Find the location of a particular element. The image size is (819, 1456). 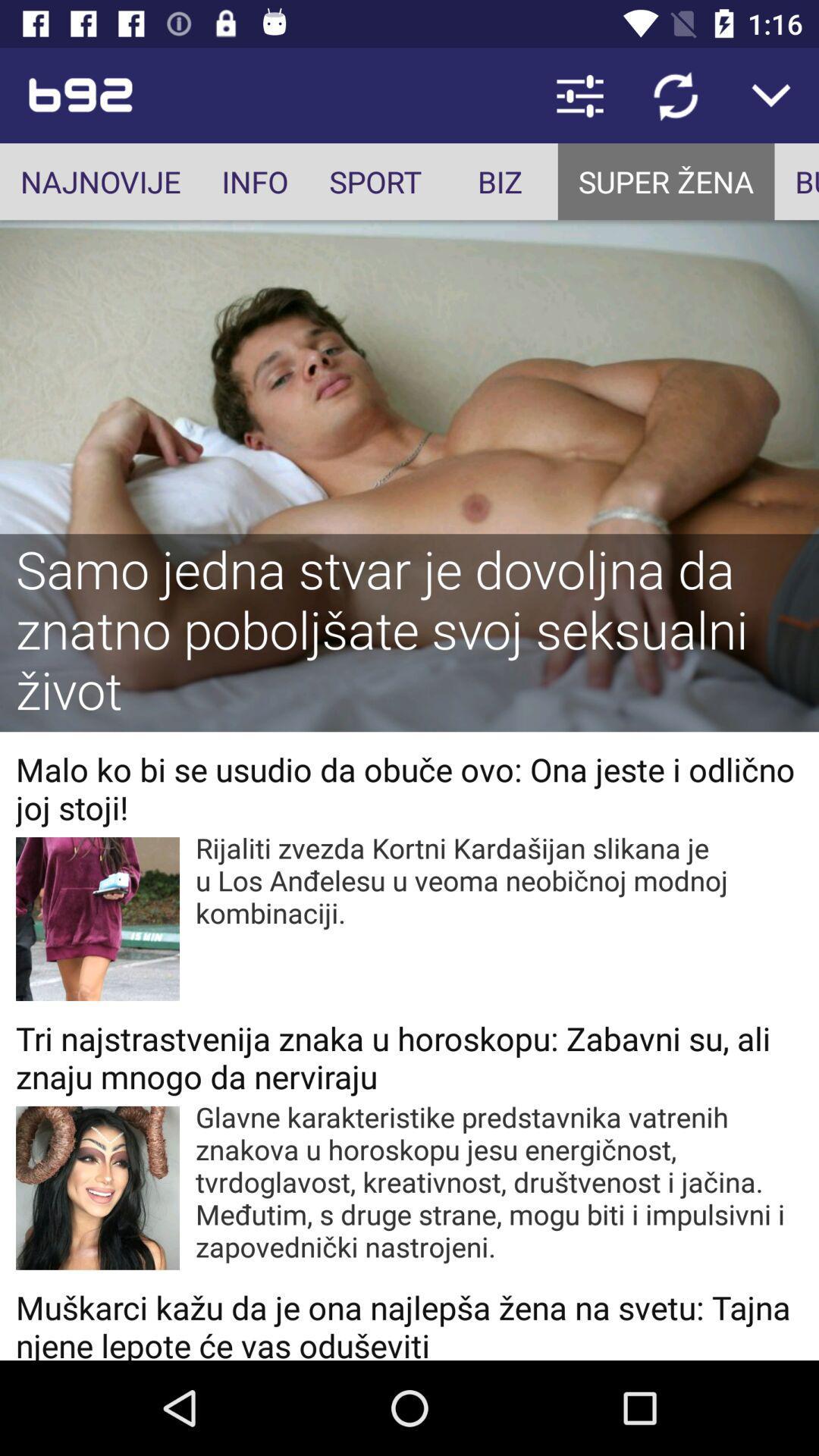

the glavne karakteristike predstavnika app is located at coordinates (499, 1181).